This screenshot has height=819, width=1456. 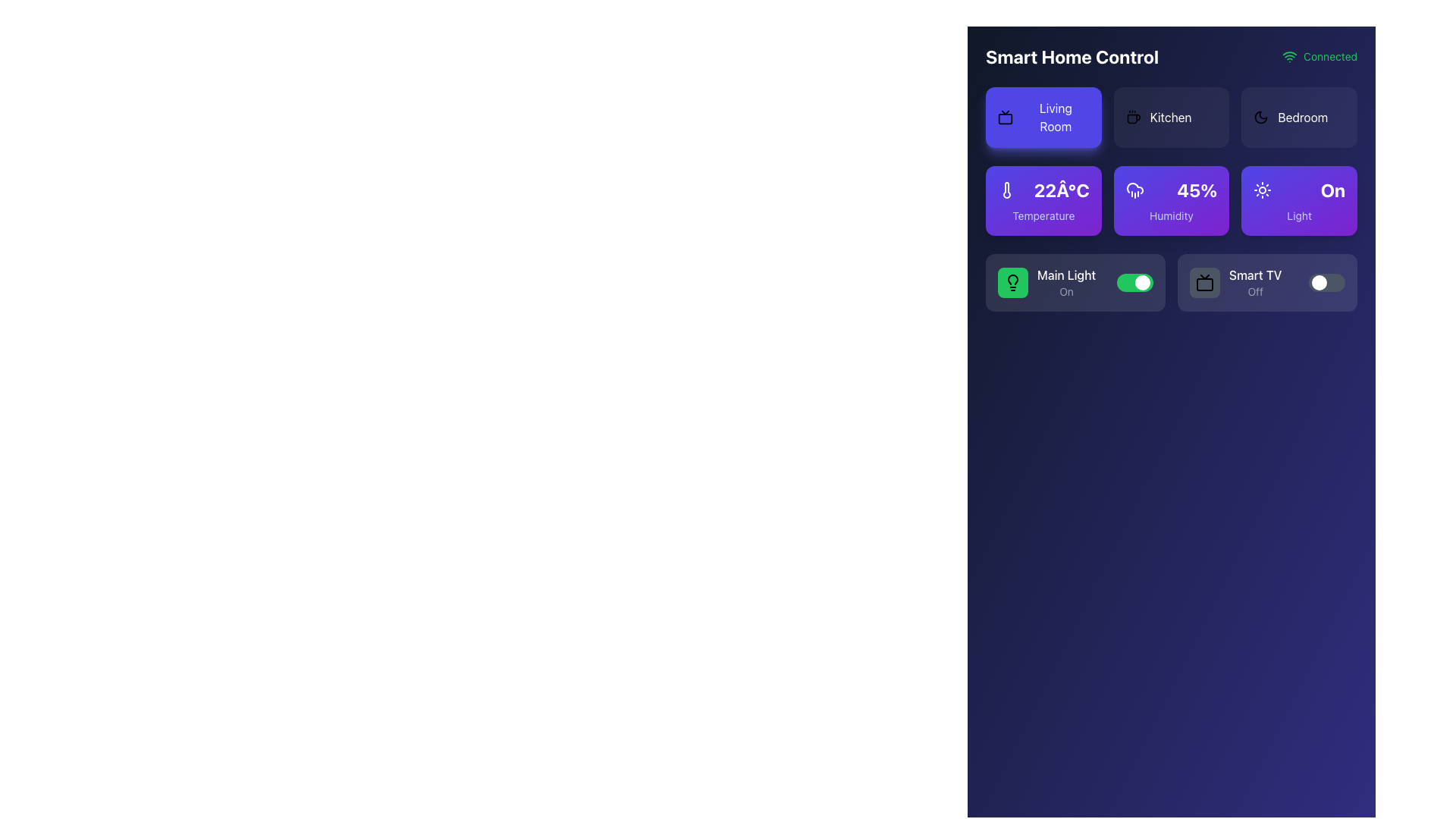 What do you see at coordinates (1235, 283) in the screenshot?
I see `the Text and icon display that features a TV icon on the left and the label 'Smart TV' with the status 'Off' on the right, located in the bottom row of the grid layout` at bounding box center [1235, 283].